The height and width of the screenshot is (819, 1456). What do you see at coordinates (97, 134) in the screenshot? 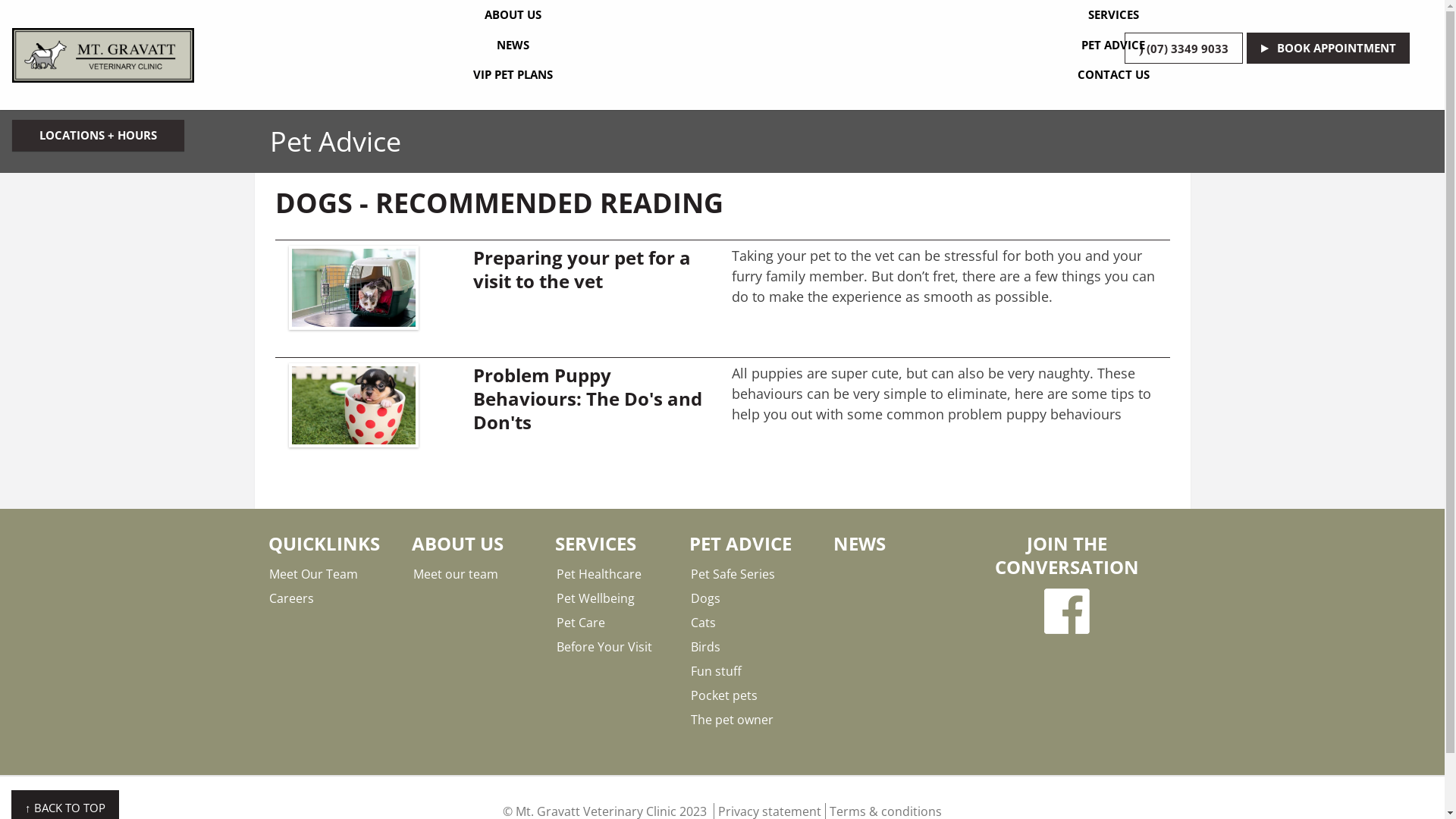
I see `'LOCATIONS + HOURS'` at bounding box center [97, 134].